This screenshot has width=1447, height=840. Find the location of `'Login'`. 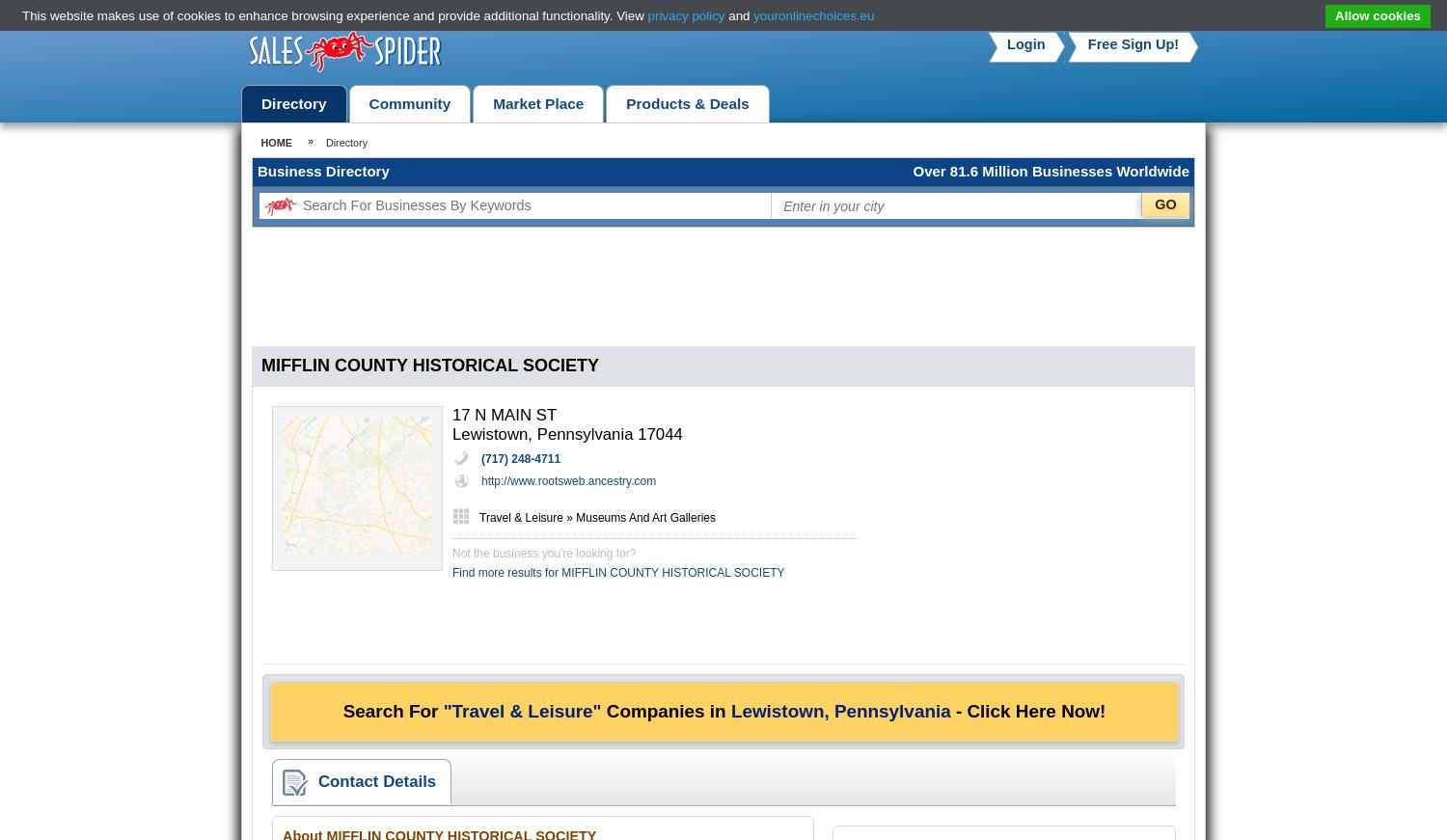

'Login' is located at coordinates (1024, 42).